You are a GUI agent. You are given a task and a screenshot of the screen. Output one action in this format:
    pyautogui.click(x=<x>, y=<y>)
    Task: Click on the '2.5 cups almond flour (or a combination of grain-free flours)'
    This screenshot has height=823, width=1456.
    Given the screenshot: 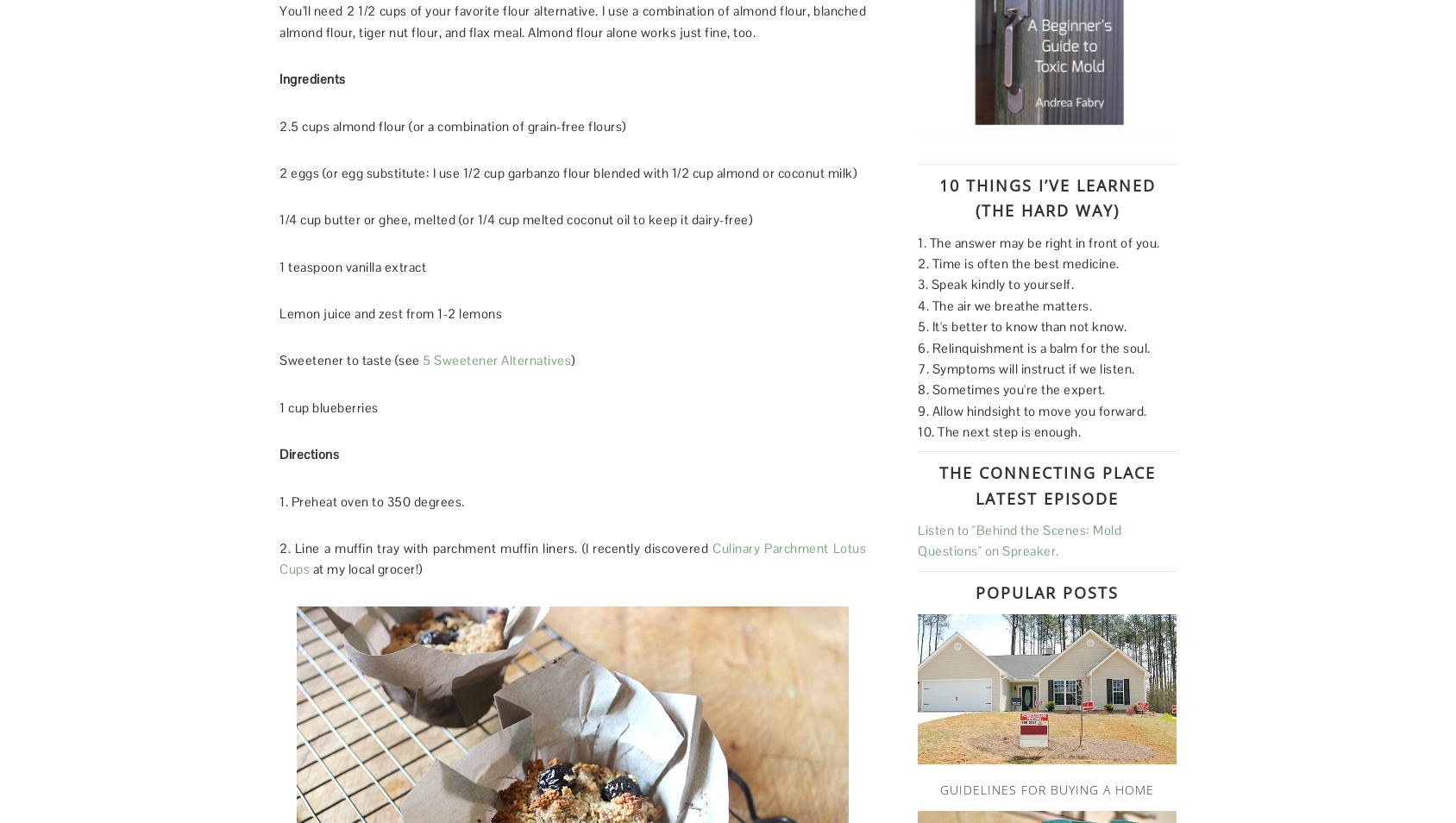 What is the action you would take?
    pyautogui.click(x=451, y=124)
    